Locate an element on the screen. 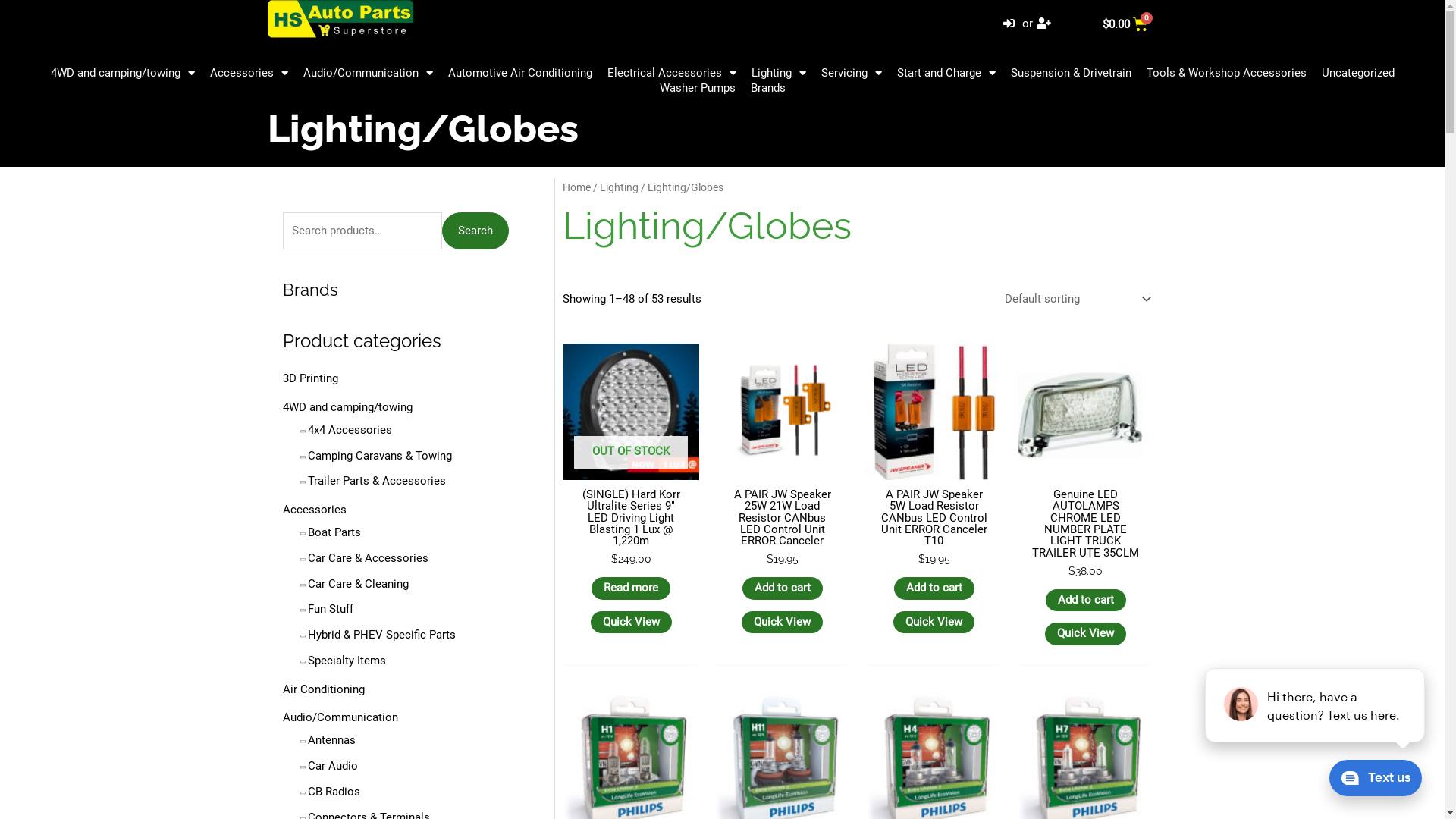 This screenshot has height=819, width=1456. 'Air Conditioning' is located at coordinates (322, 689).